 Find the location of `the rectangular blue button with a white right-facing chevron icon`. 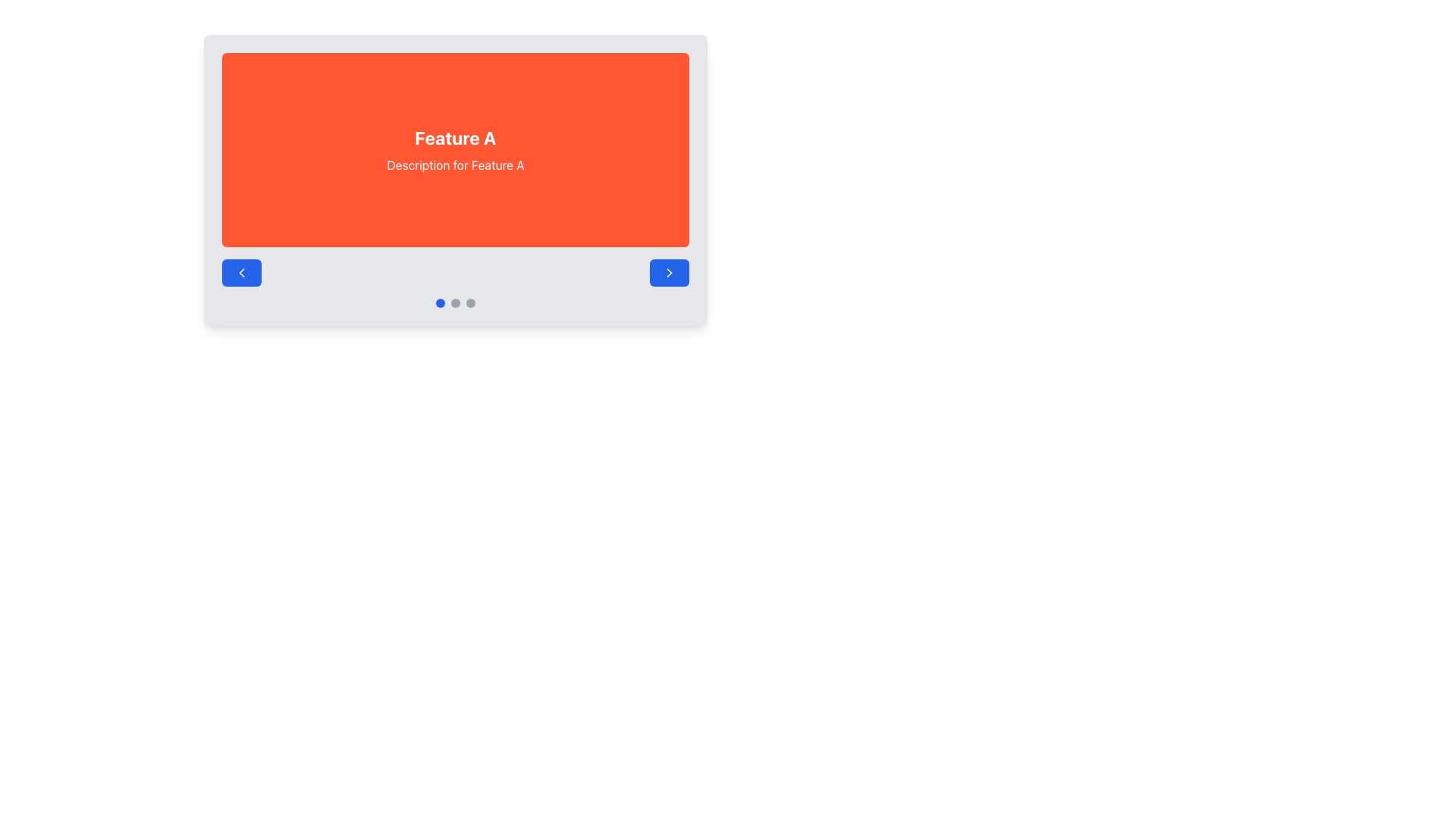

the rectangular blue button with a white right-facing chevron icon is located at coordinates (669, 271).